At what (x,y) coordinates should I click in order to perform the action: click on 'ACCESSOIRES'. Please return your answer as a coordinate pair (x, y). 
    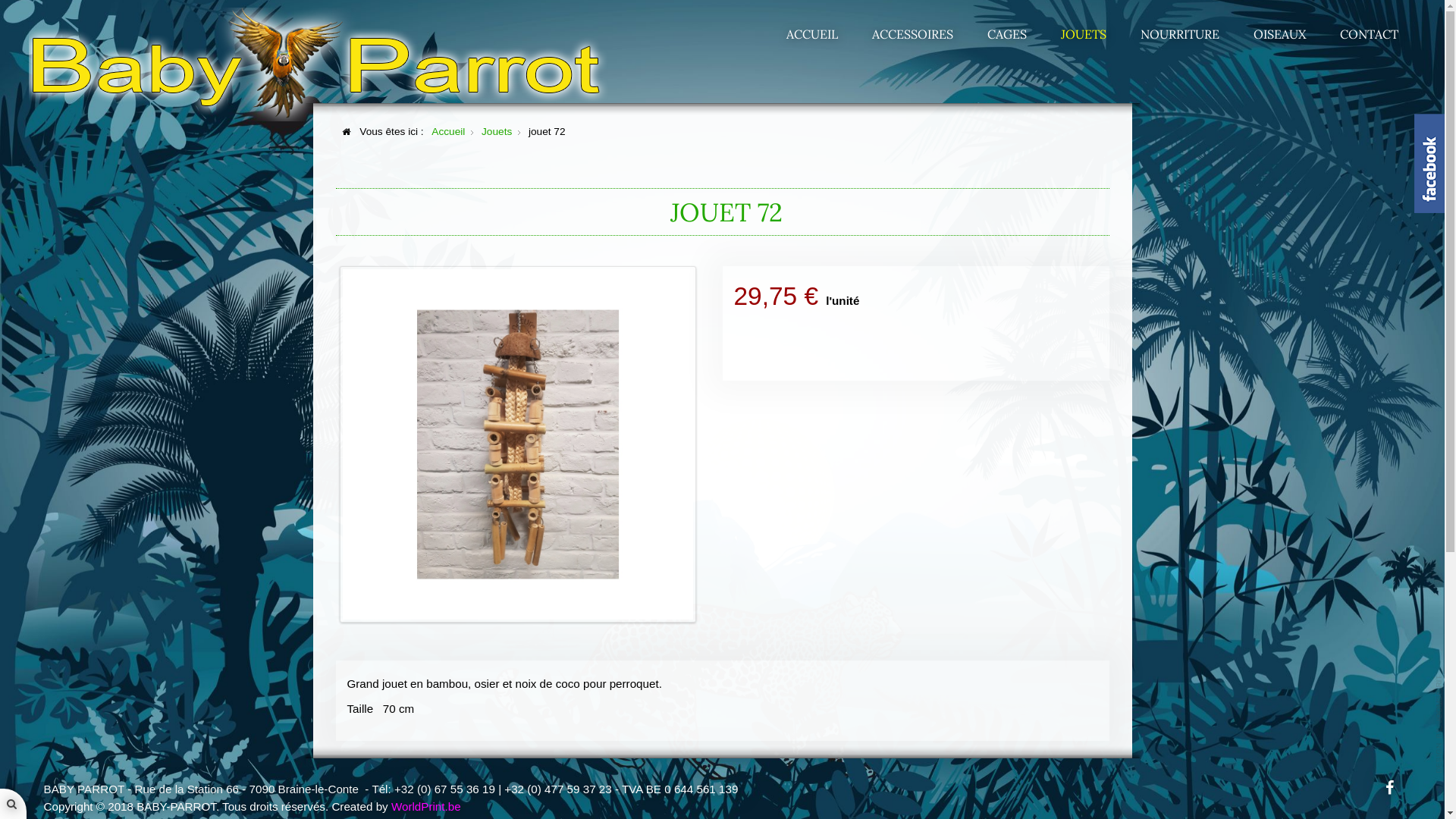
    Looking at the image, I should click on (912, 34).